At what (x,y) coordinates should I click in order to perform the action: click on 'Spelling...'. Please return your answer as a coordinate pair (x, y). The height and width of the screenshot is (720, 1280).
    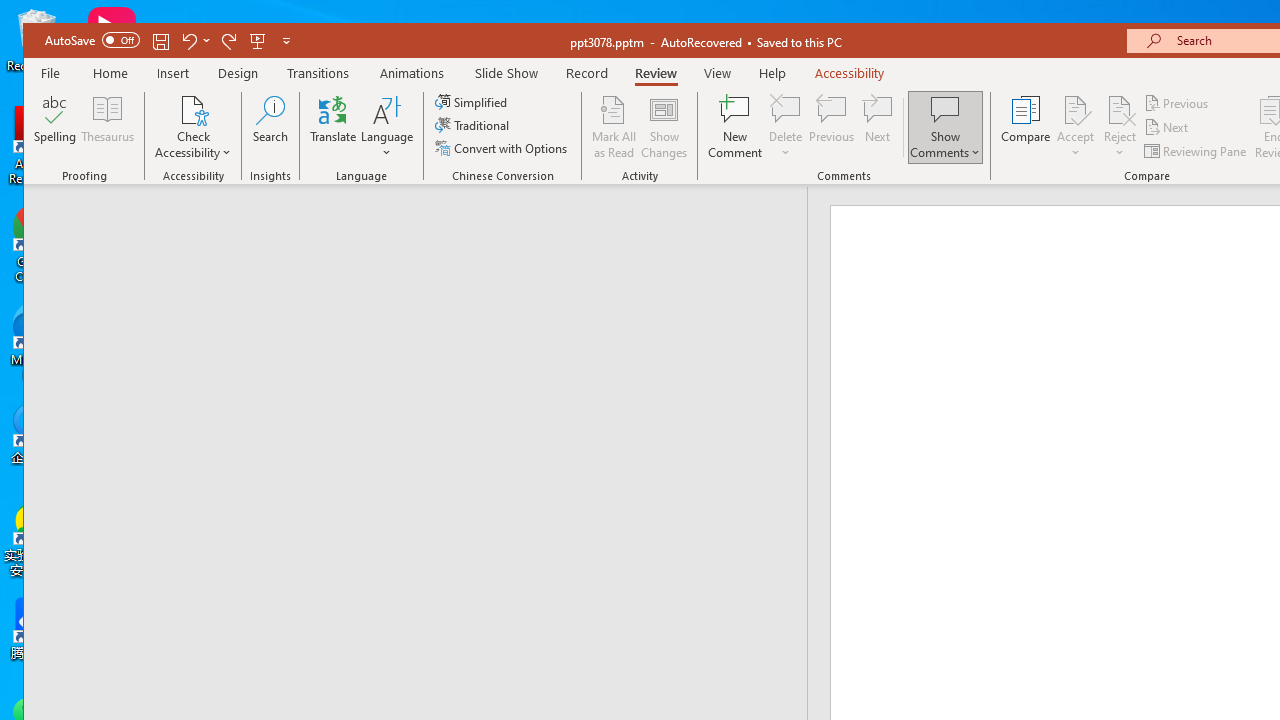
    Looking at the image, I should click on (55, 127).